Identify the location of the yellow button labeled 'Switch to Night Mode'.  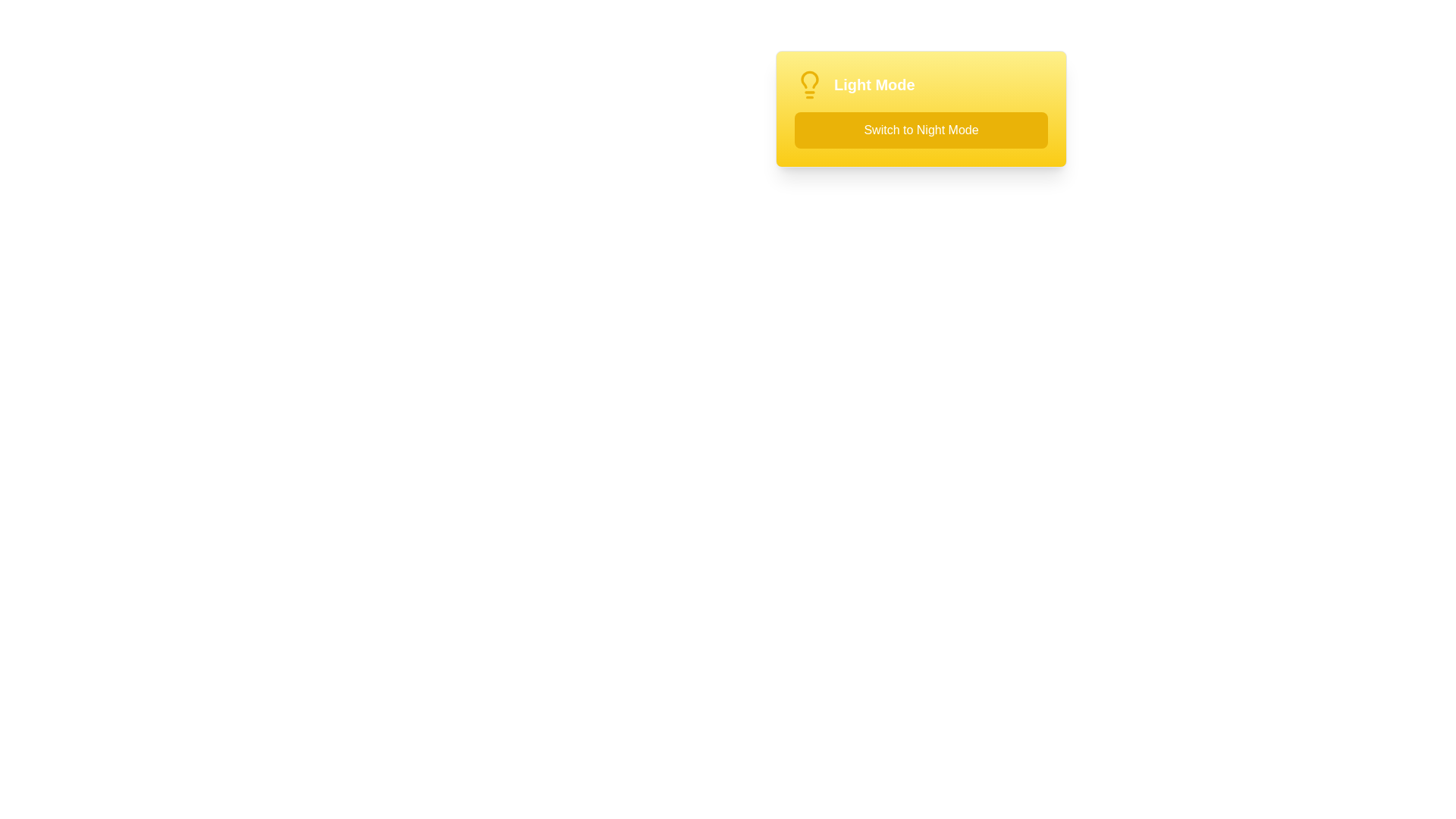
(920, 130).